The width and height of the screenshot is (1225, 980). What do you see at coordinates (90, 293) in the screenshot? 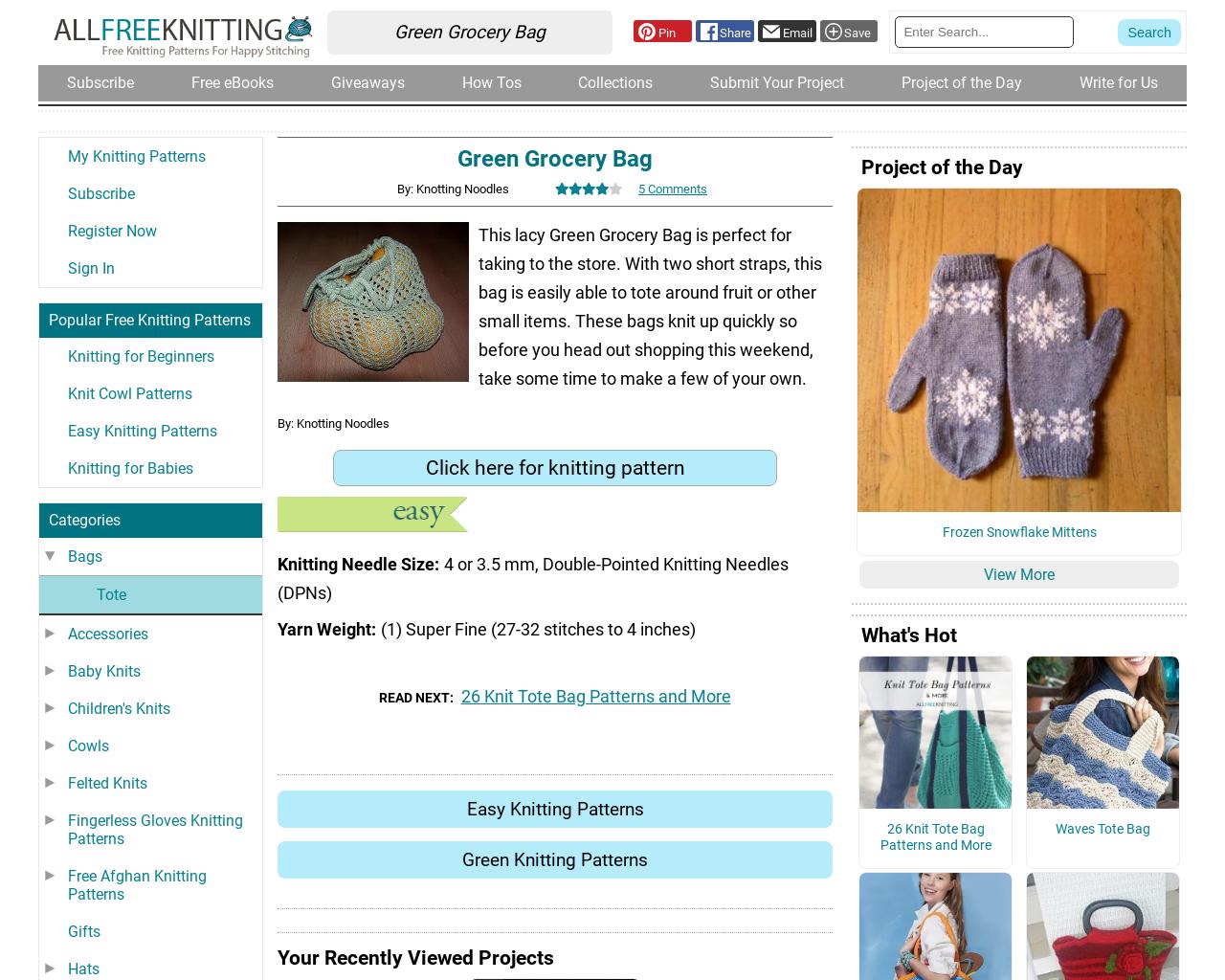
I see `'Sign In'` at bounding box center [90, 293].